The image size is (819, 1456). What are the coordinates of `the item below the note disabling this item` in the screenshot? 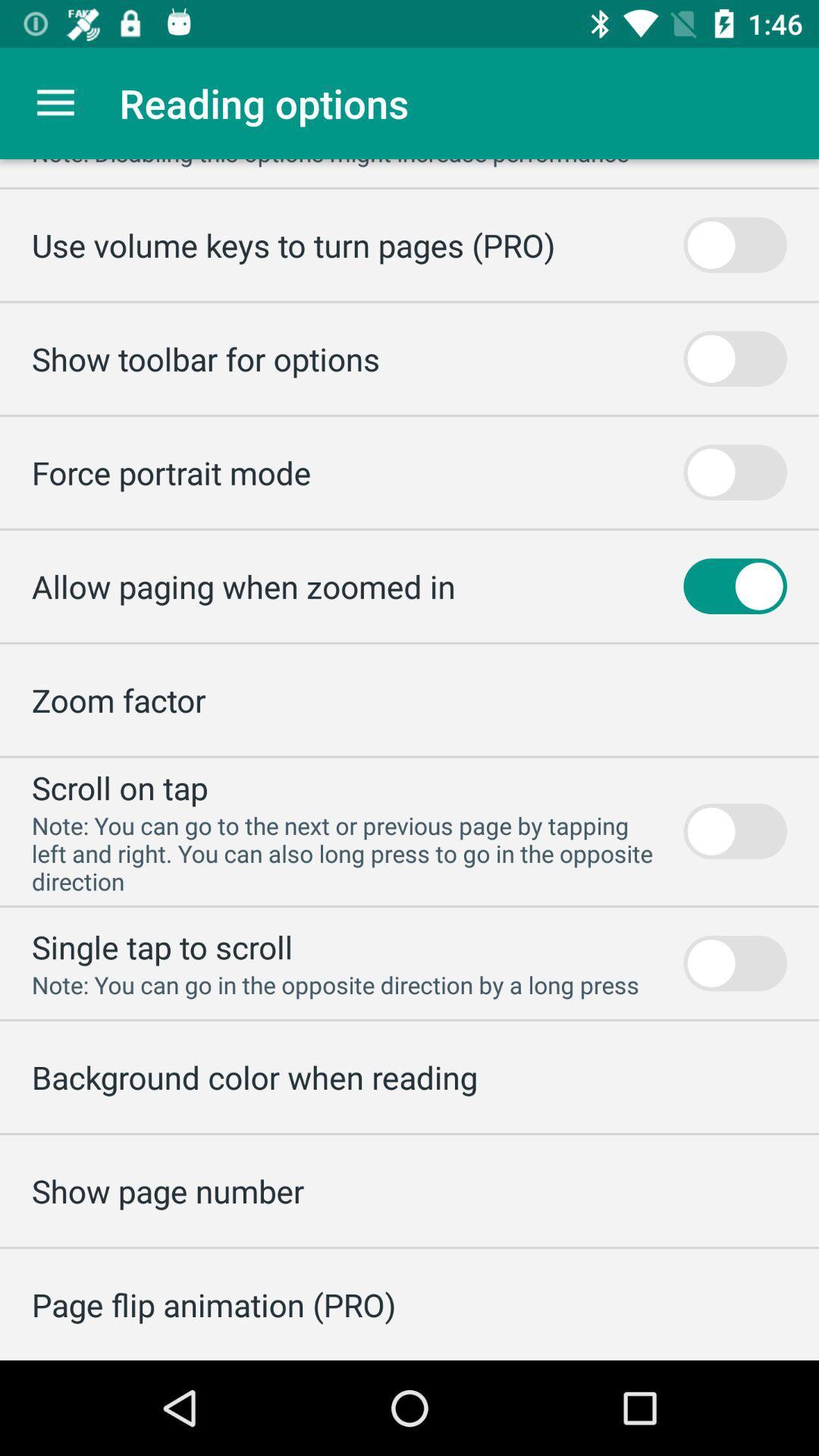 It's located at (293, 245).